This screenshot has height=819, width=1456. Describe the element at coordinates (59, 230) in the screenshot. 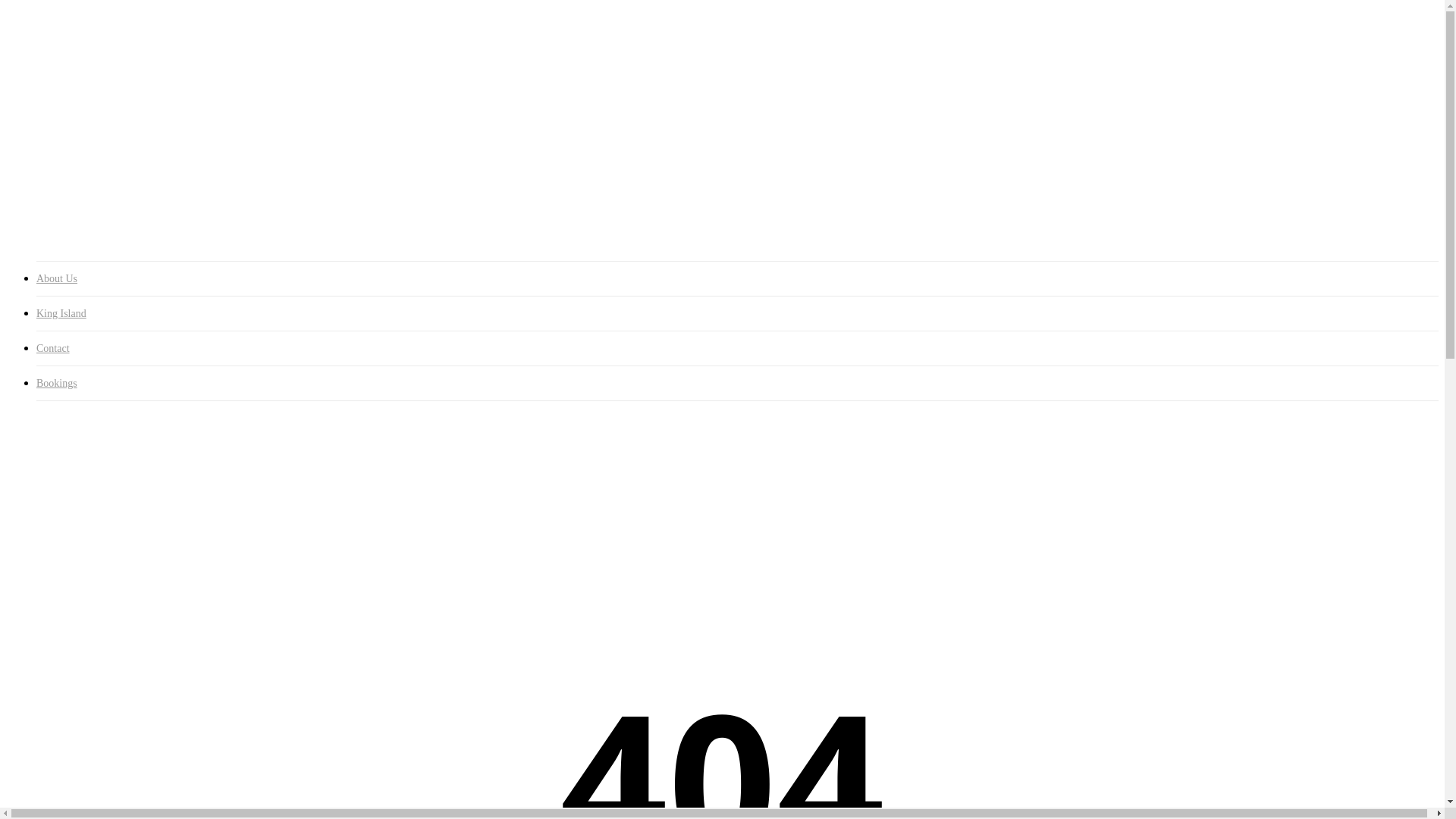

I see `'Bookings'` at that location.